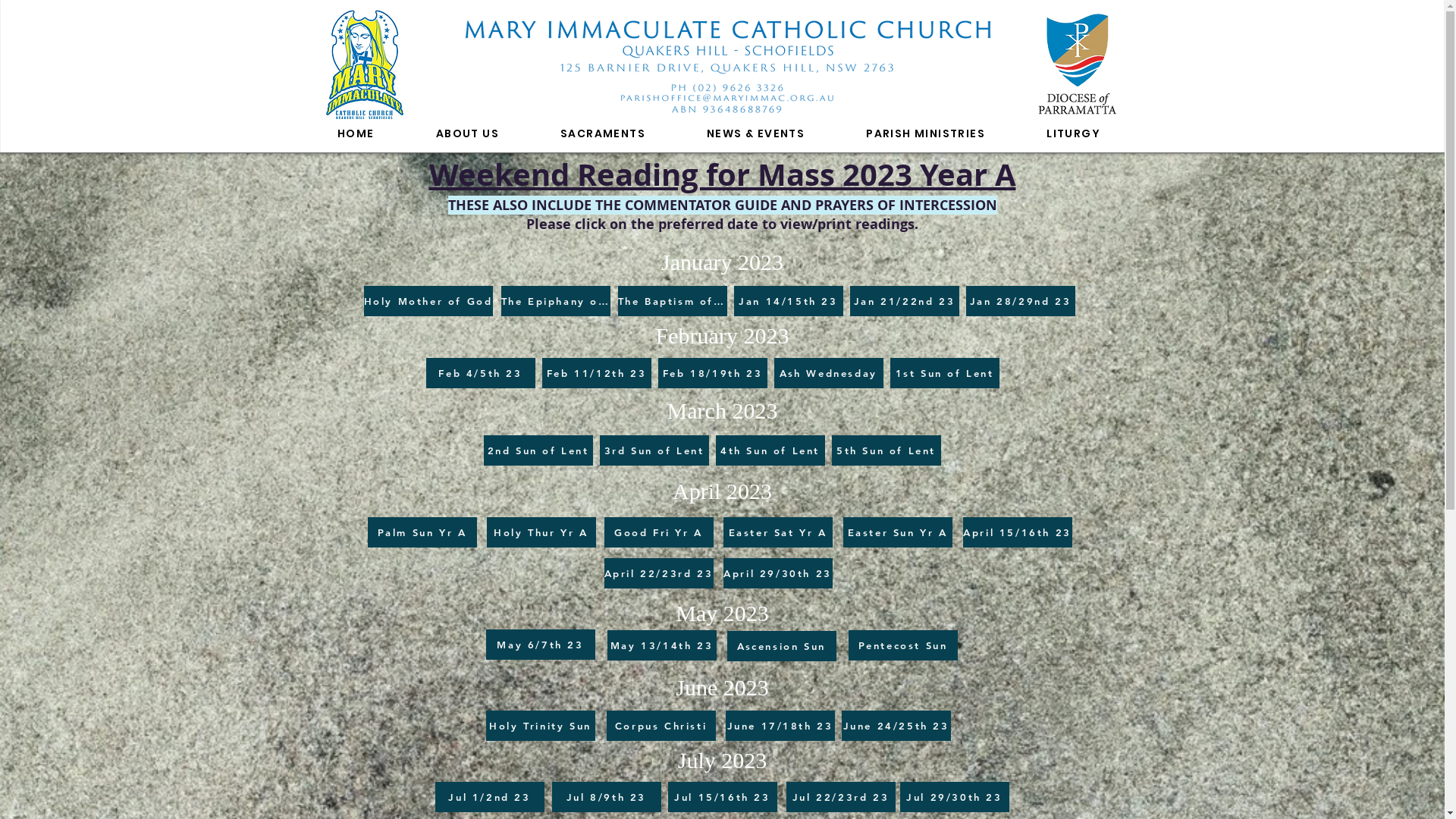 The width and height of the screenshot is (1456, 819). I want to click on 'April 15/16th 23', so click(962, 532).